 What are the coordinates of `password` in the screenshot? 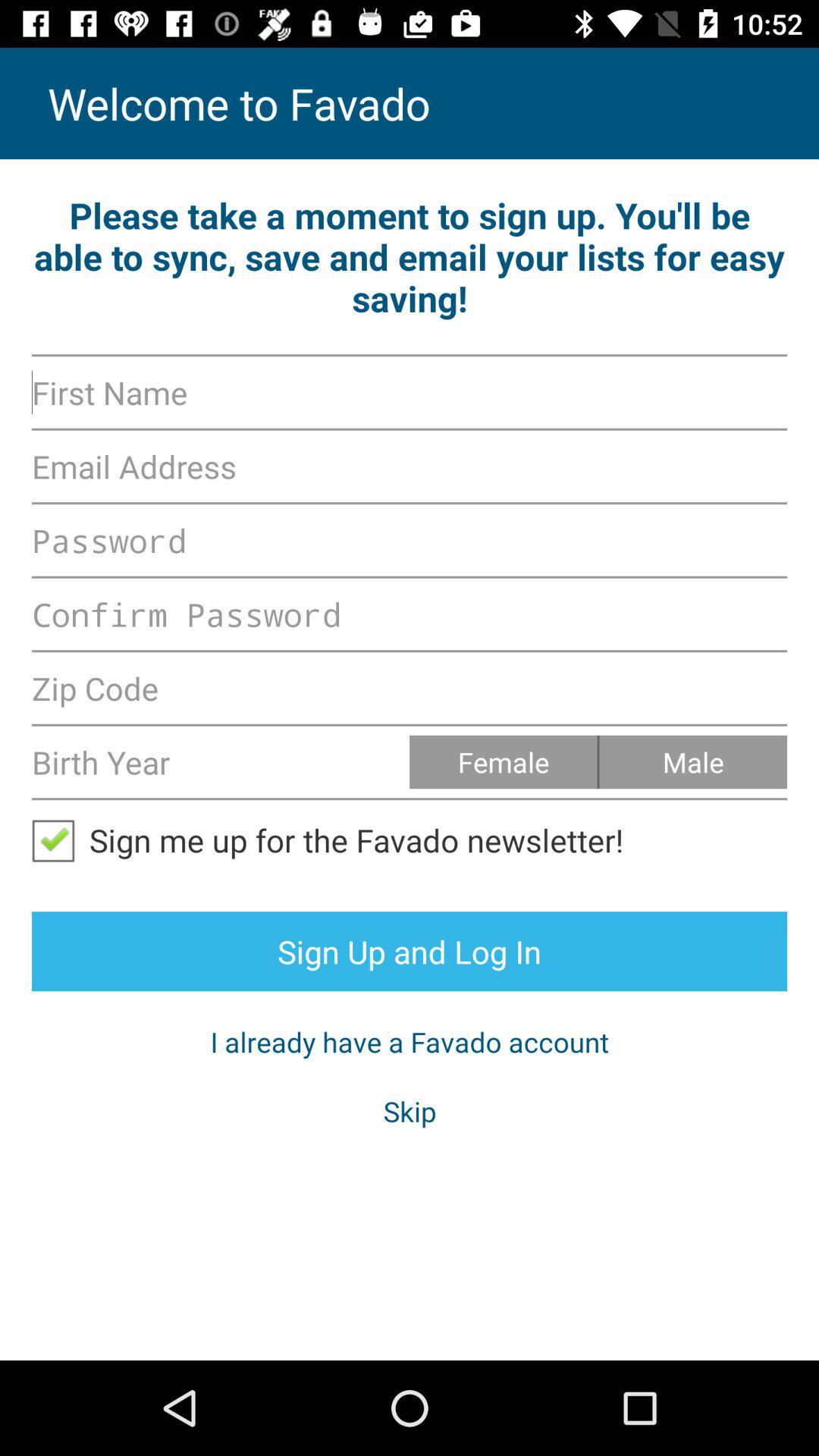 It's located at (409, 540).